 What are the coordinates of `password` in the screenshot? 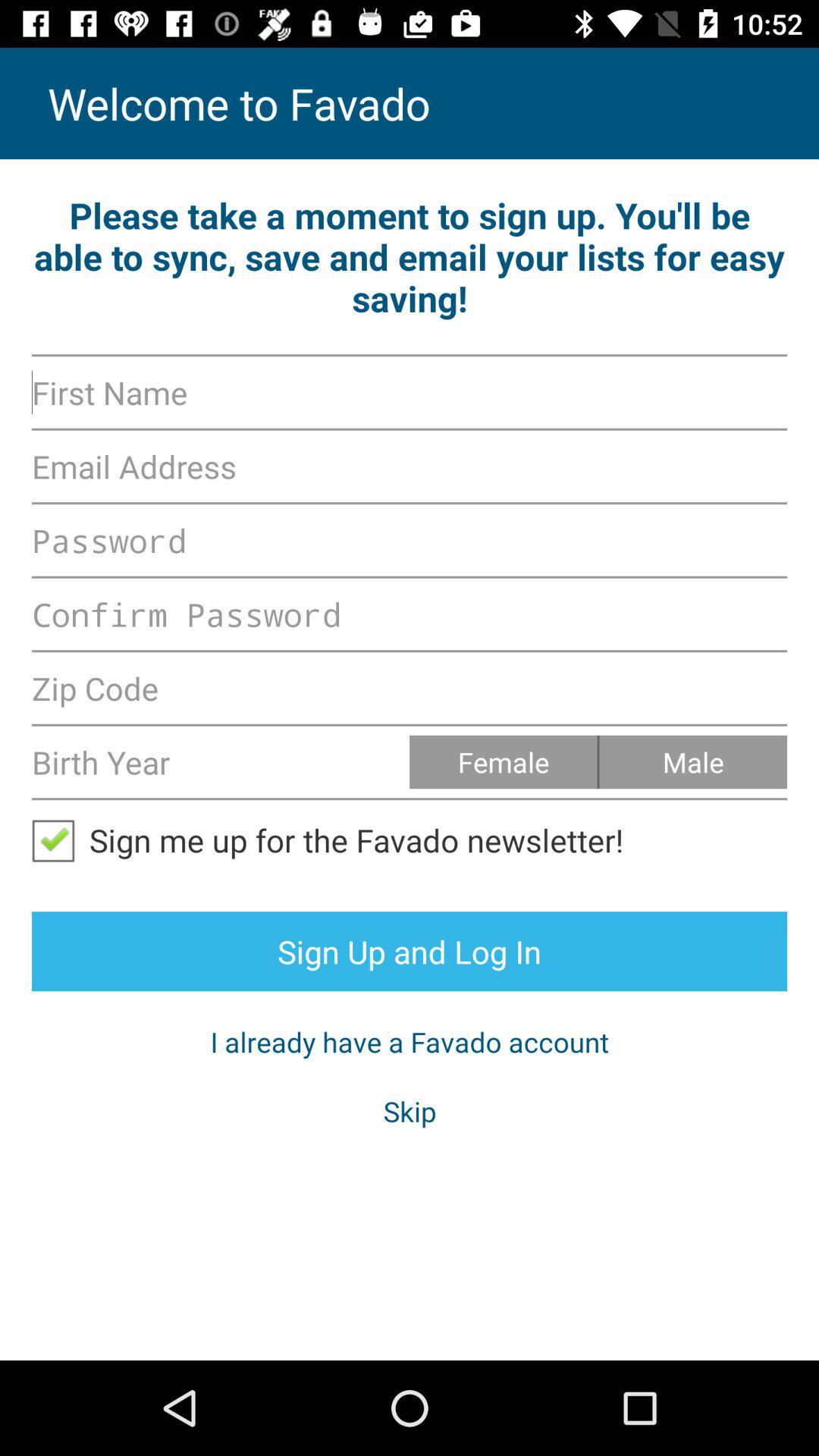 It's located at (409, 540).